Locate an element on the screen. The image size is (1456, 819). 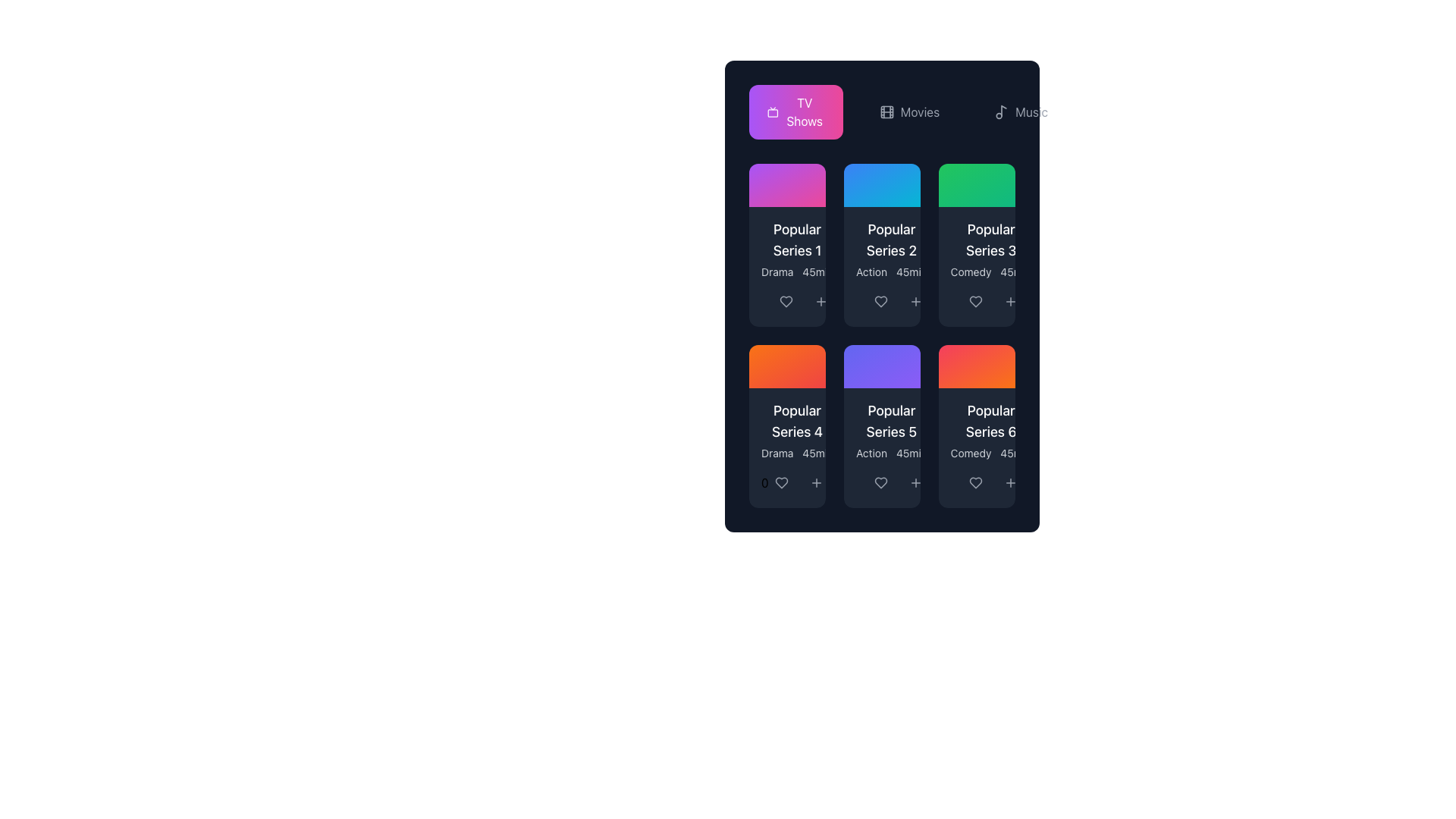
the plus button, which is a circular button with a plus sign, located in the bottom section of the 'Popular Series 4' card is located at coordinates (815, 482).